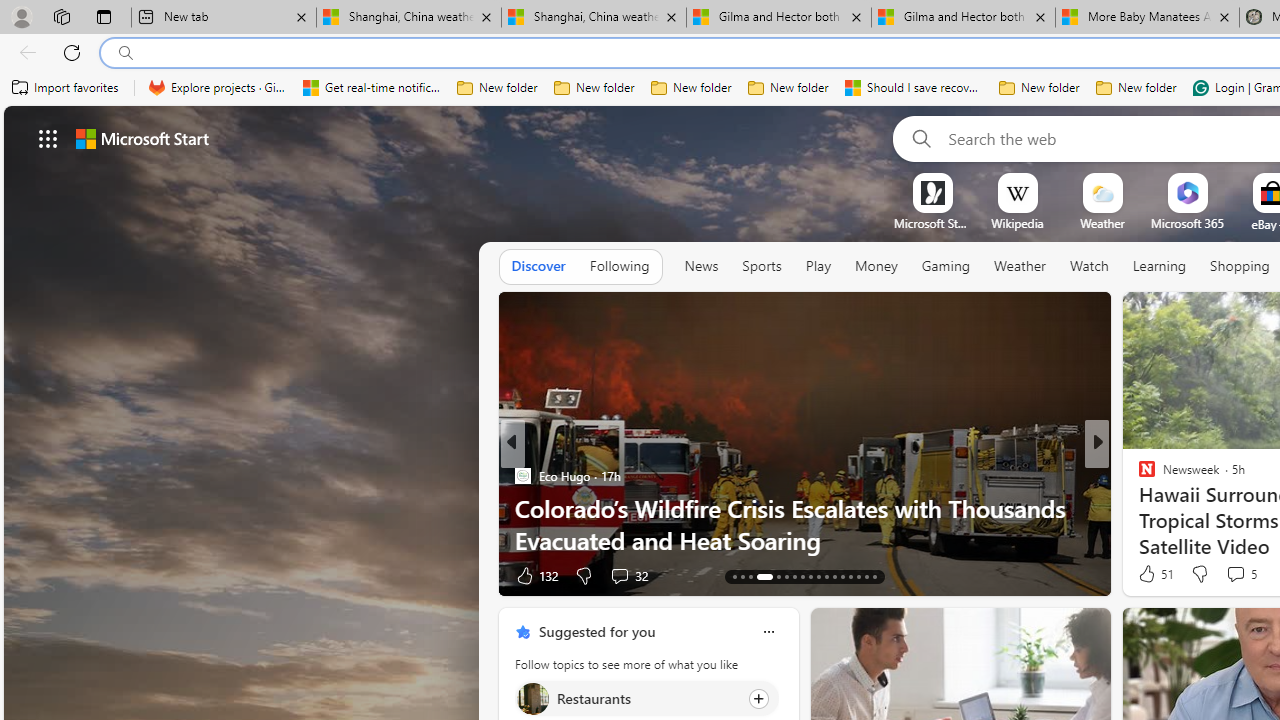 The height and width of the screenshot is (720, 1280). What do you see at coordinates (1149, 575) in the screenshot?
I see `'11 Like'` at bounding box center [1149, 575].